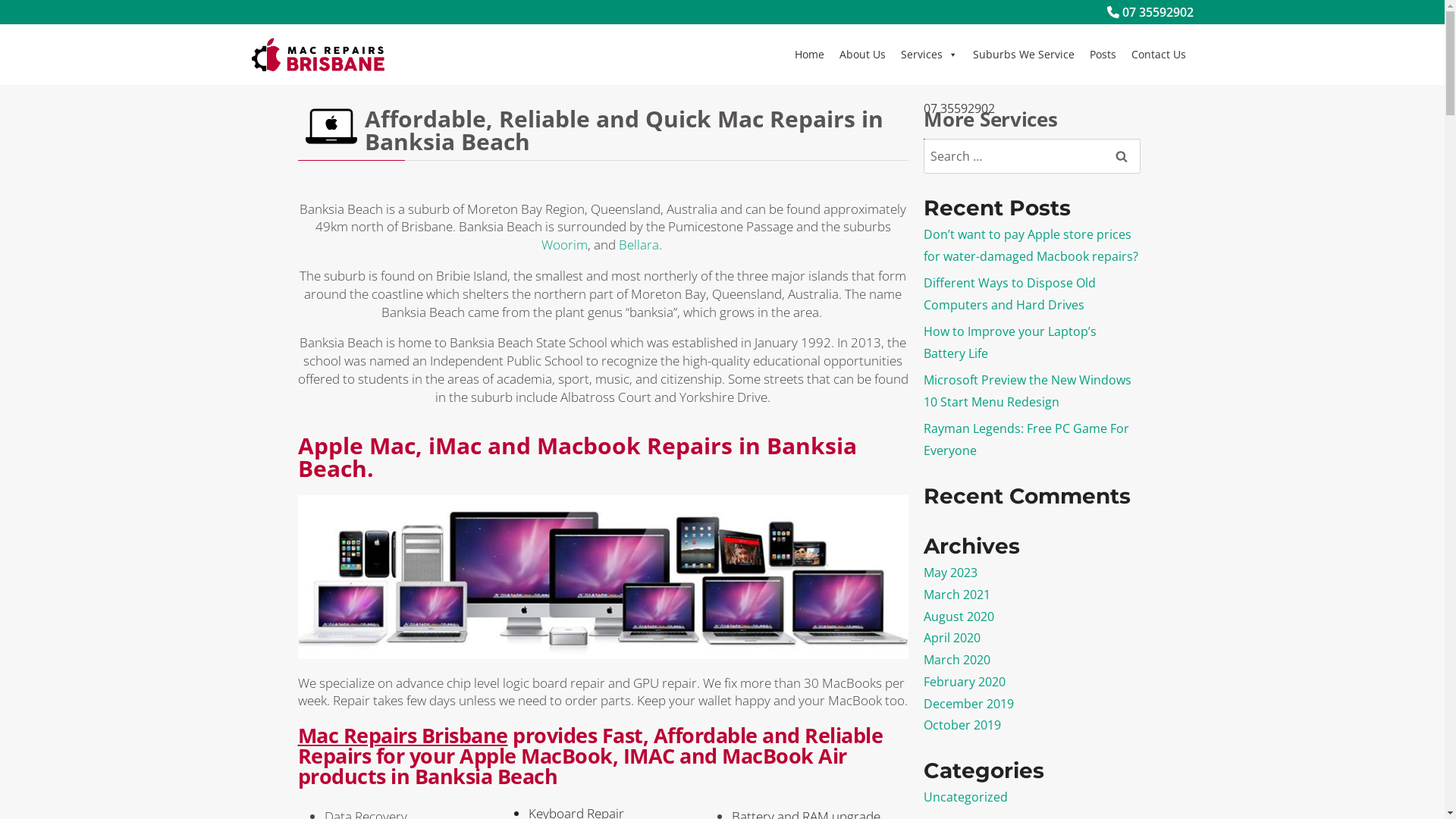 The width and height of the screenshot is (1456, 819). I want to click on 'August 2020', so click(923, 617).